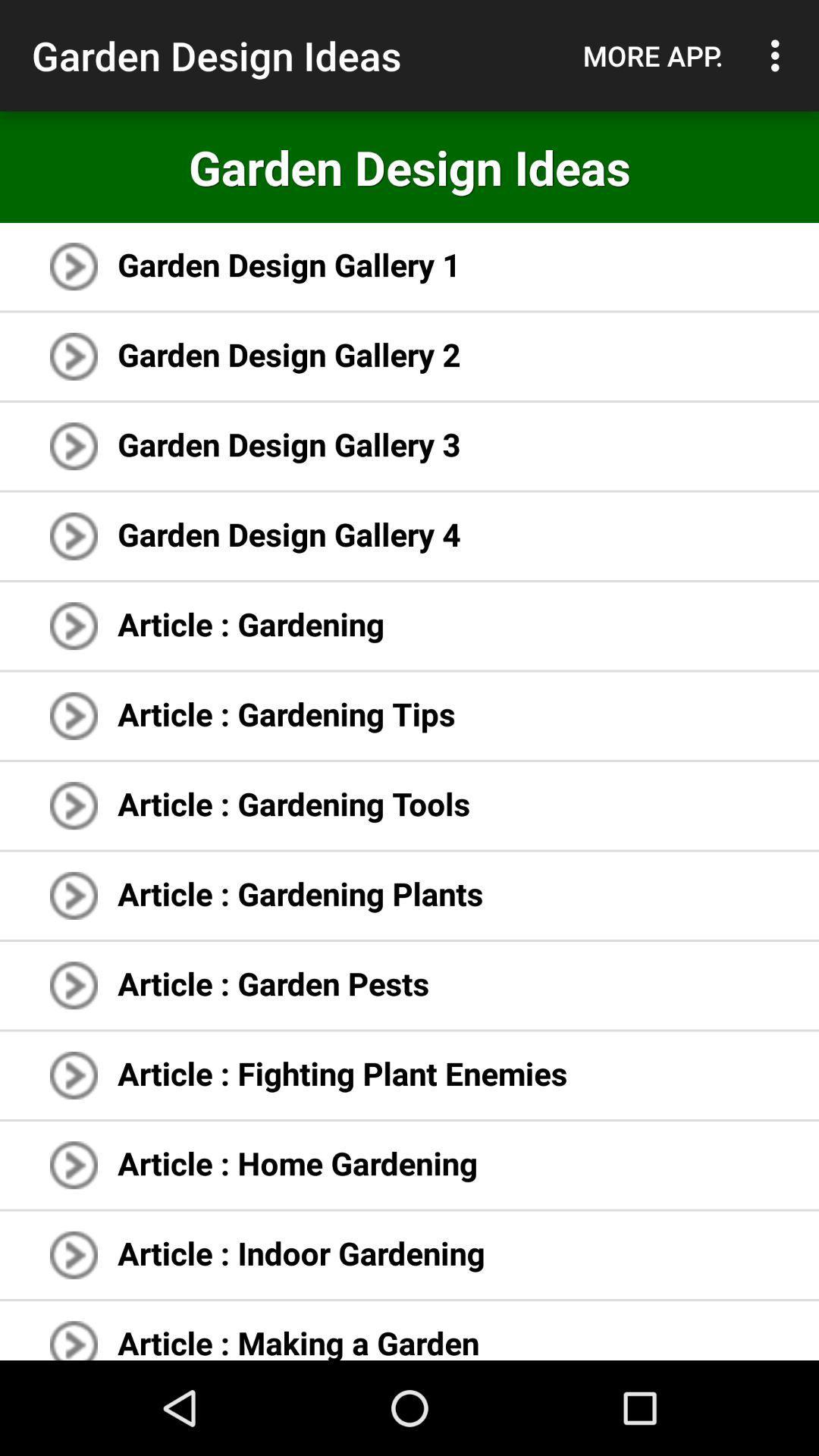  I want to click on the icon next to garden design ideas, so click(652, 55).